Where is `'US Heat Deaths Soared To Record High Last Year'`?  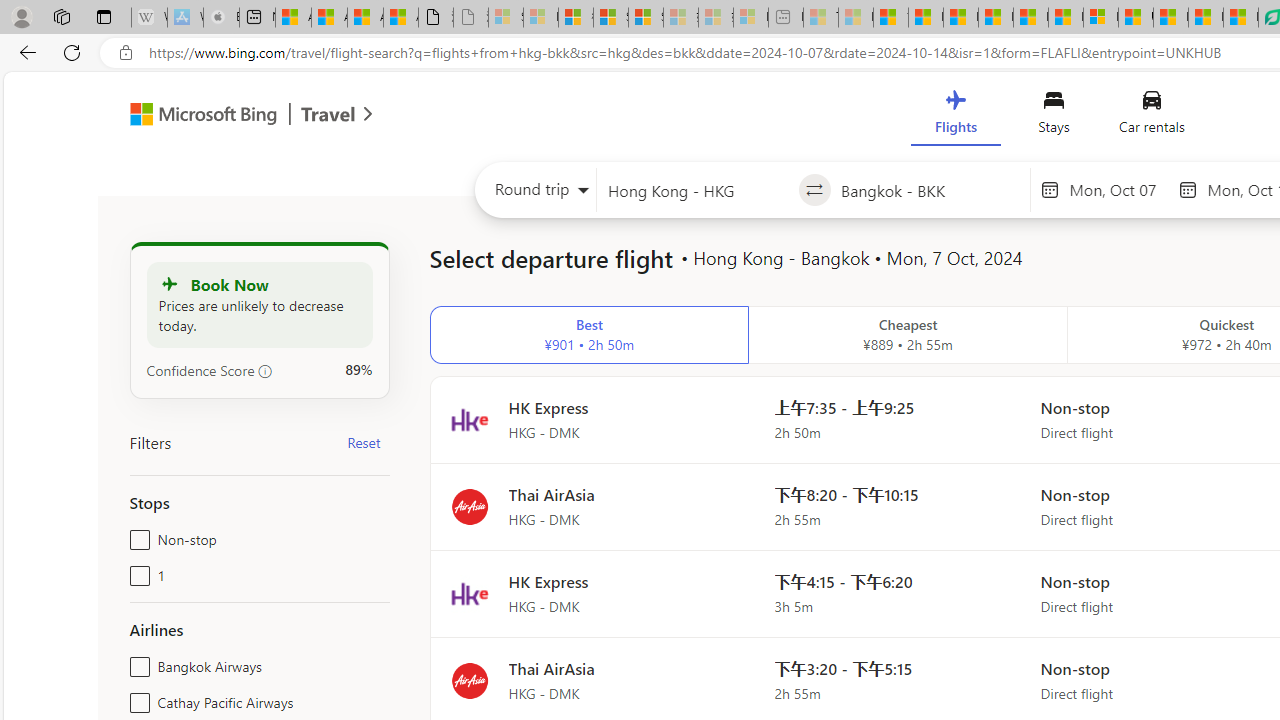
'US Heat Deaths Soared To Record High Last Year' is located at coordinates (1136, 17).